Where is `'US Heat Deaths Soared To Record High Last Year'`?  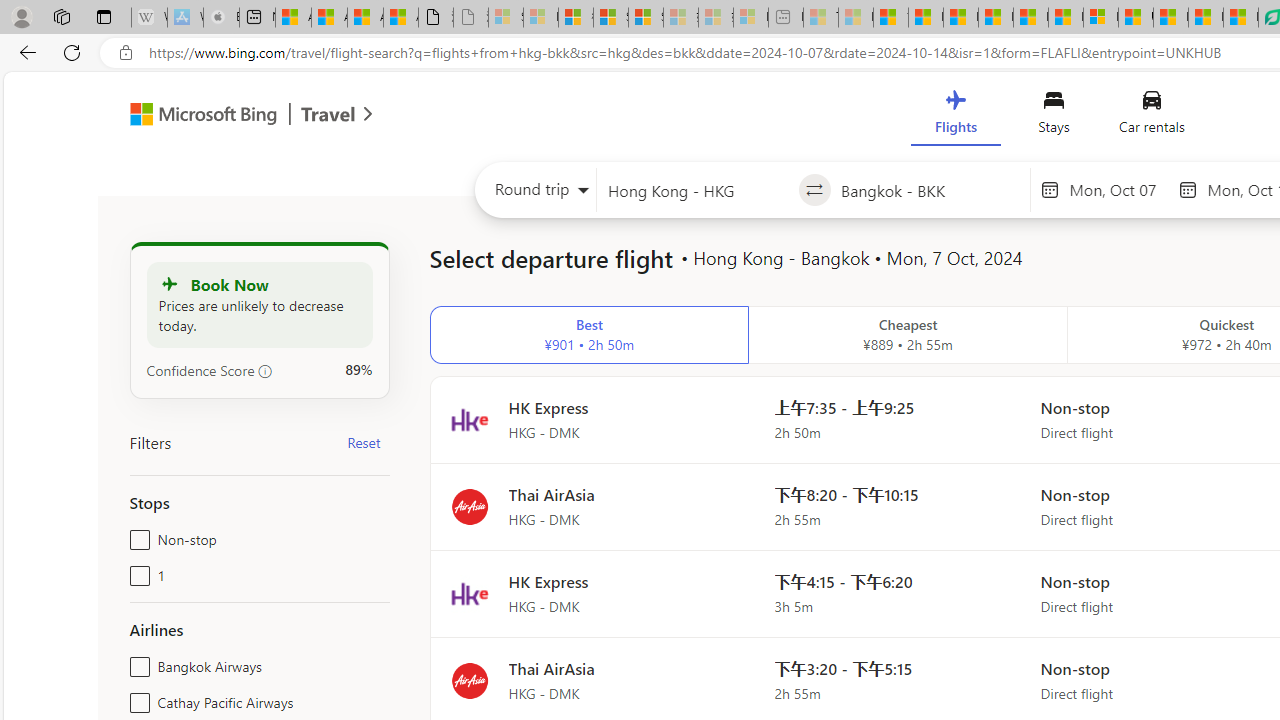
'US Heat Deaths Soared To Record High Last Year' is located at coordinates (1136, 17).